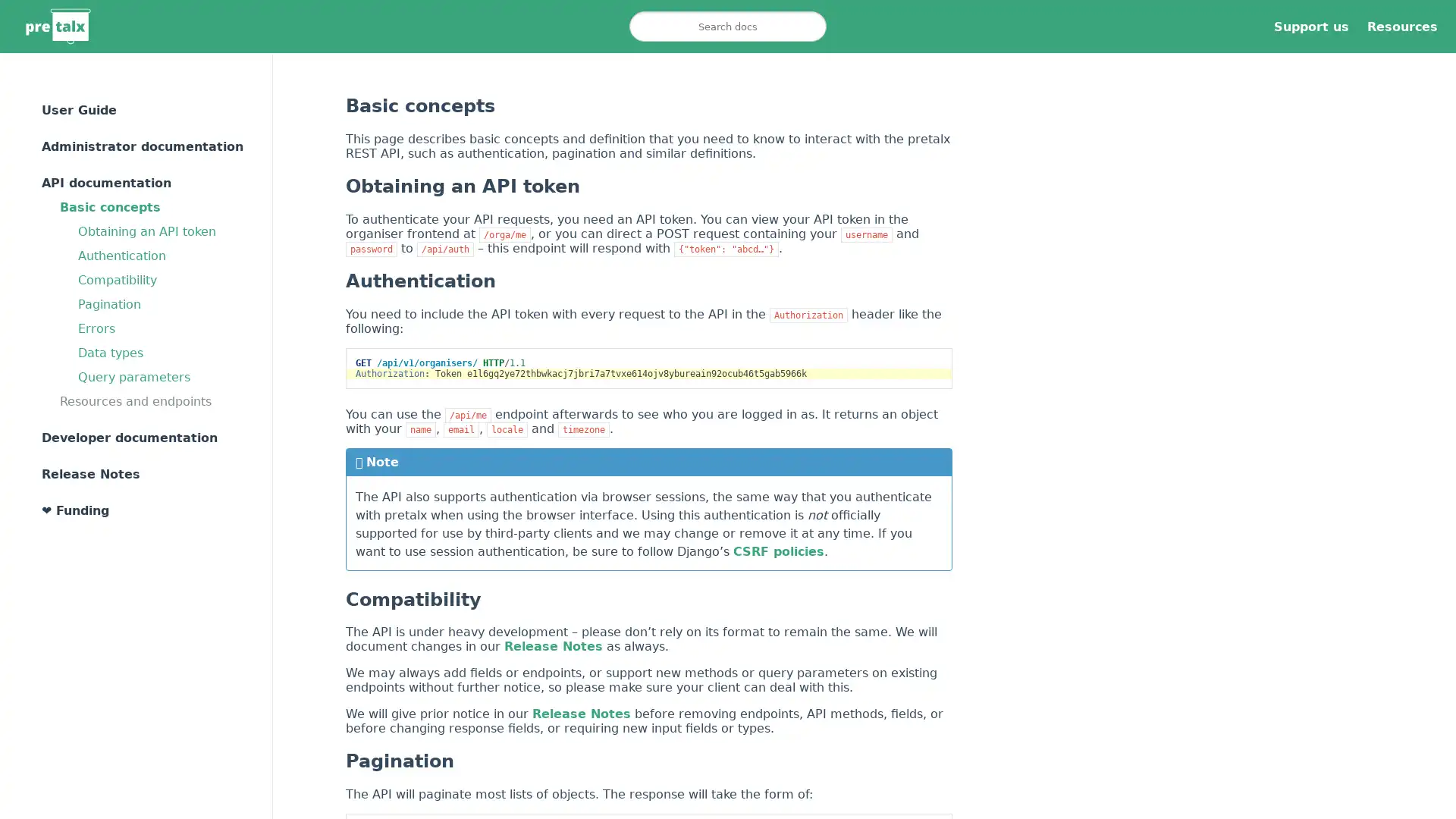 Image resolution: width=1456 pixels, height=819 pixels. What do you see at coordinates (937, 362) in the screenshot?
I see `Copy to clipboard` at bounding box center [937, 362].